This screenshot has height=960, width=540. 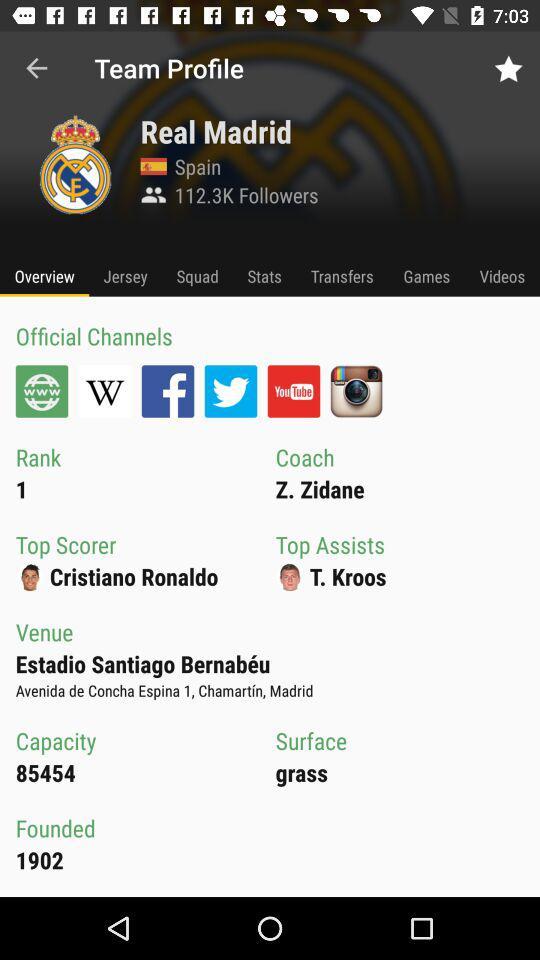 What do you see at coordinates (425, 275) in the screenshot?
I see `the games app` at bounding box center [425, 275].